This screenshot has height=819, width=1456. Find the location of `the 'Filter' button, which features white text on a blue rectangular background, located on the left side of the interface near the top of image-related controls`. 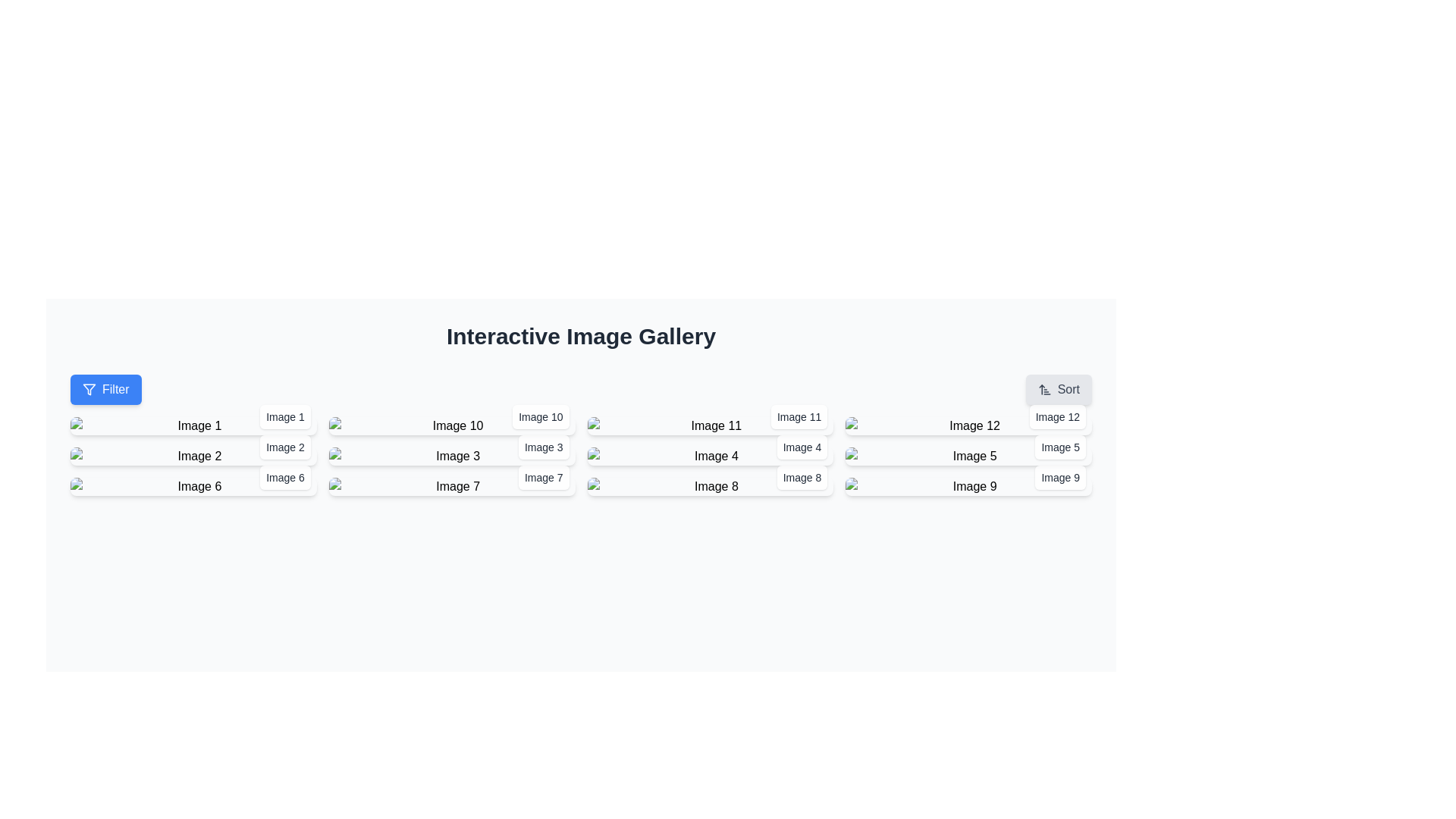

the 'Filter' button, which features white text on a blue rectangular background, located on the left side of the interface near the top of image-related controls is located at coordinates (115, 388).